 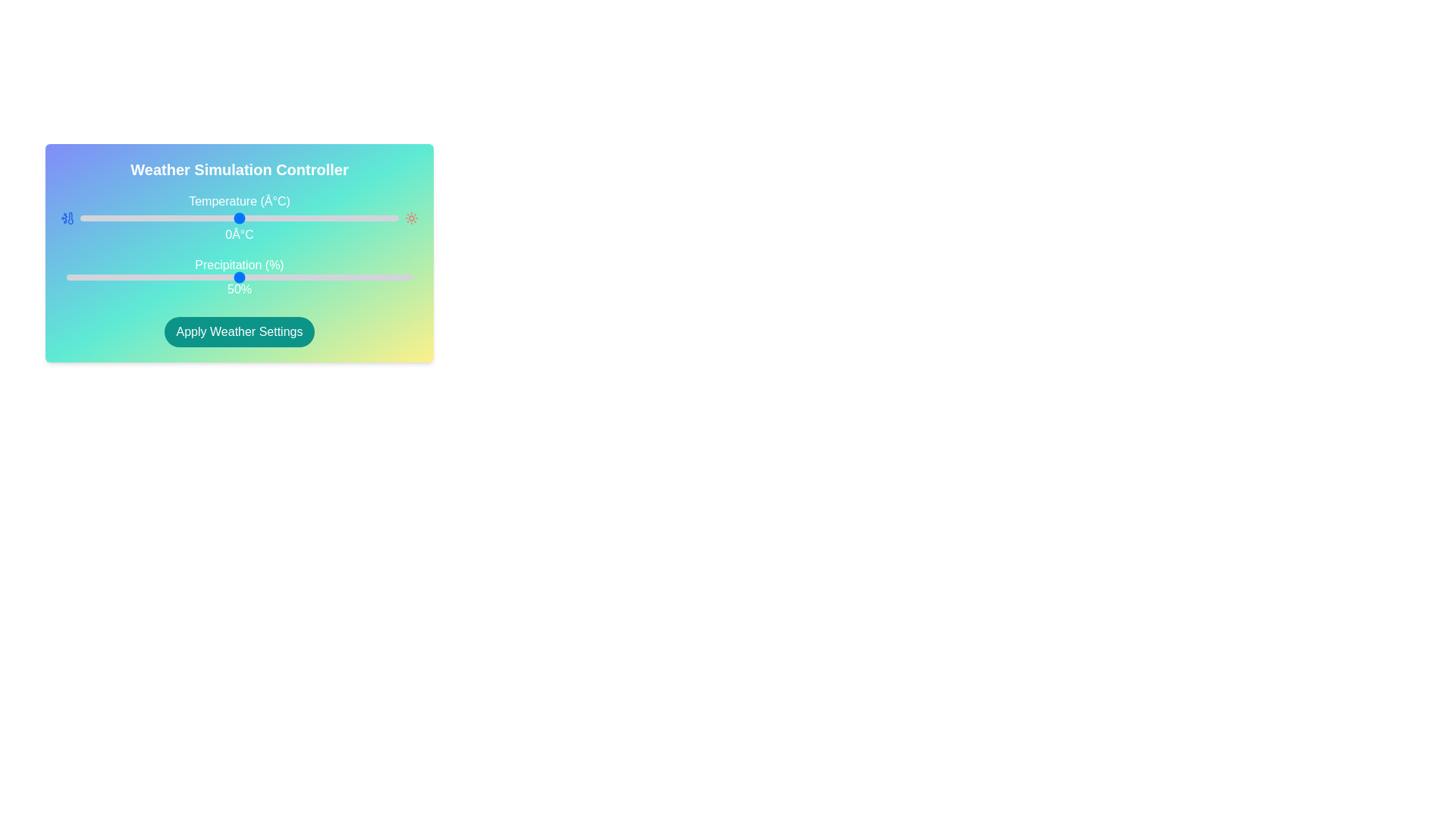 I want to click on the precipitation slider to 87%, so click(x=367, y=278).